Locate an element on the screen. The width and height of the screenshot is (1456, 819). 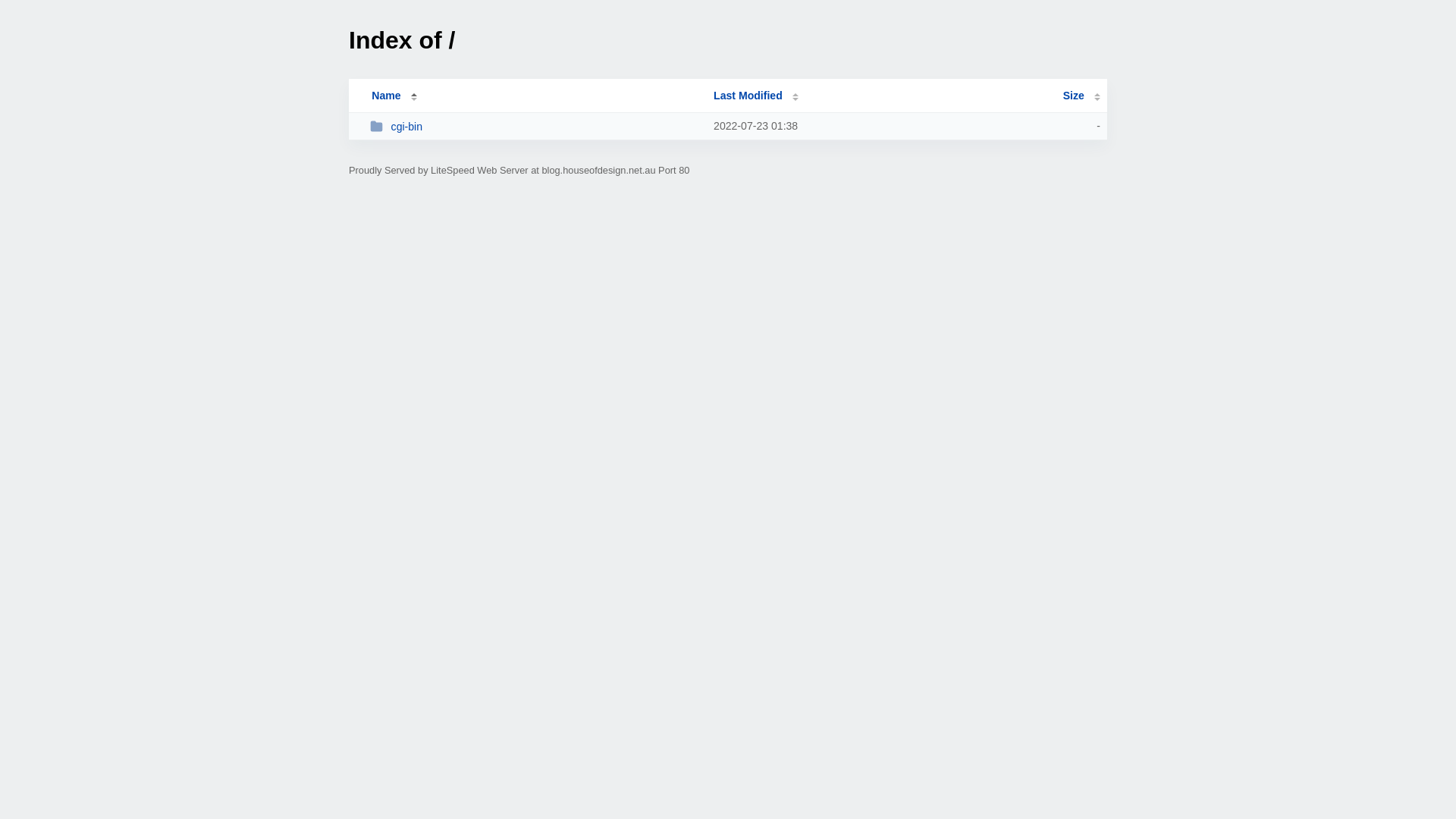
'Size' is located at coordinates (1081, 96).